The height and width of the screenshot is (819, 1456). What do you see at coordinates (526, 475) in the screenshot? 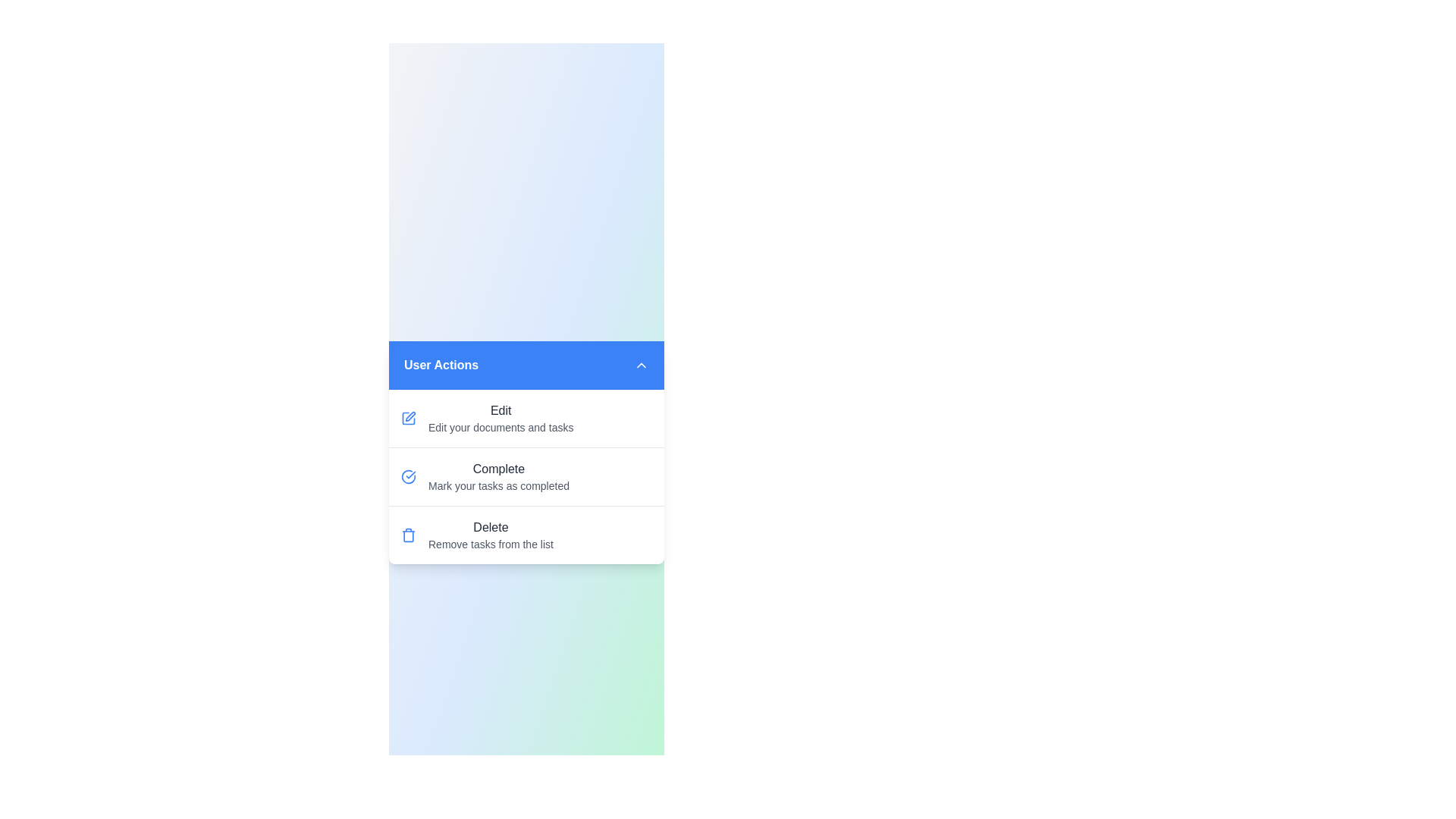
I see `the 'Complete' menu item` at bounding box center [526, 475].